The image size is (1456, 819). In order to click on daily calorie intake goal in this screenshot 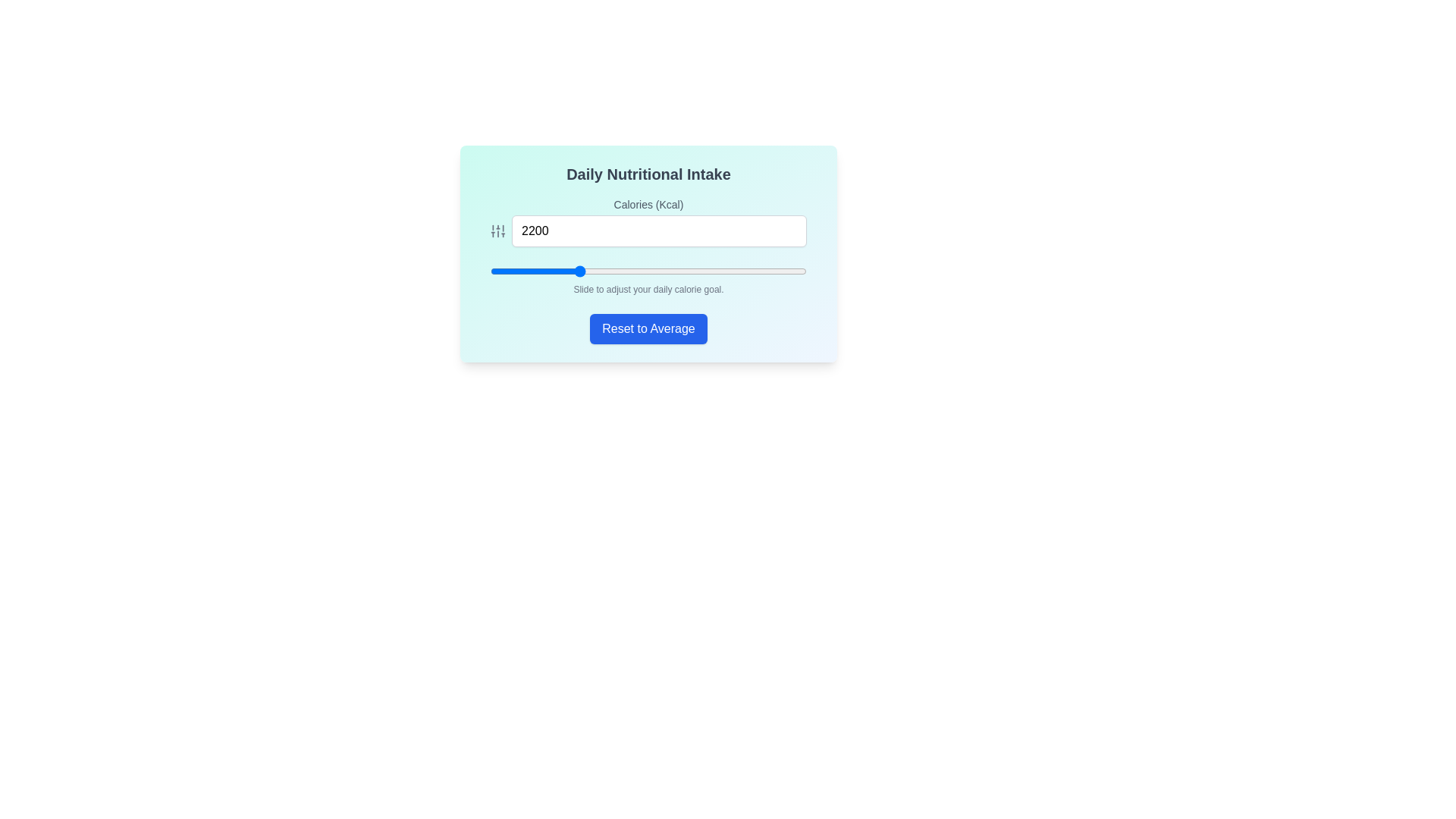, I will do `click(763, 271)`.